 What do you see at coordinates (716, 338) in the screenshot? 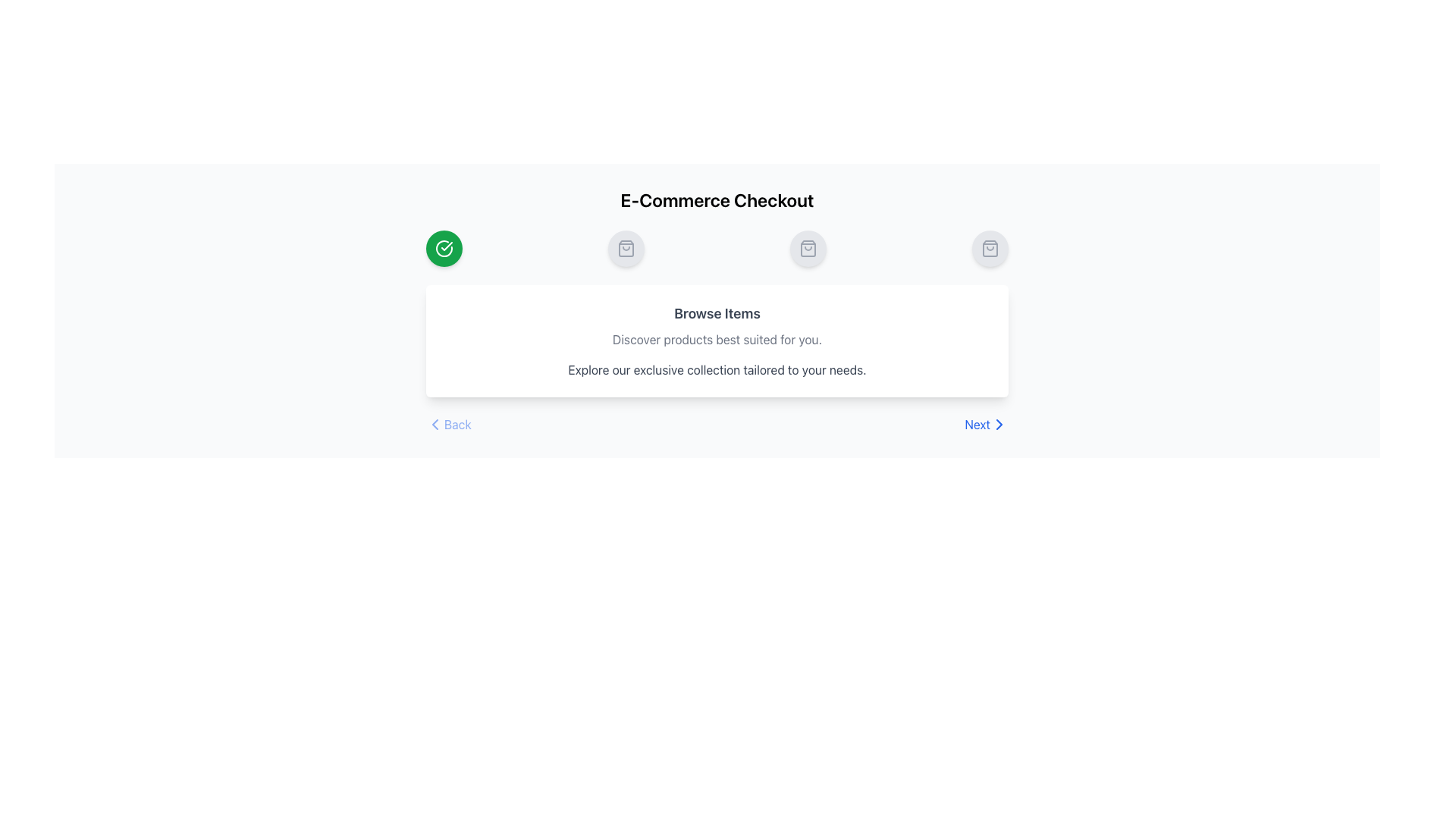
I see `the descriptive tagline element located below the 'Browse Items' title and above the descriptive text block` at bounding box center [716, 338].